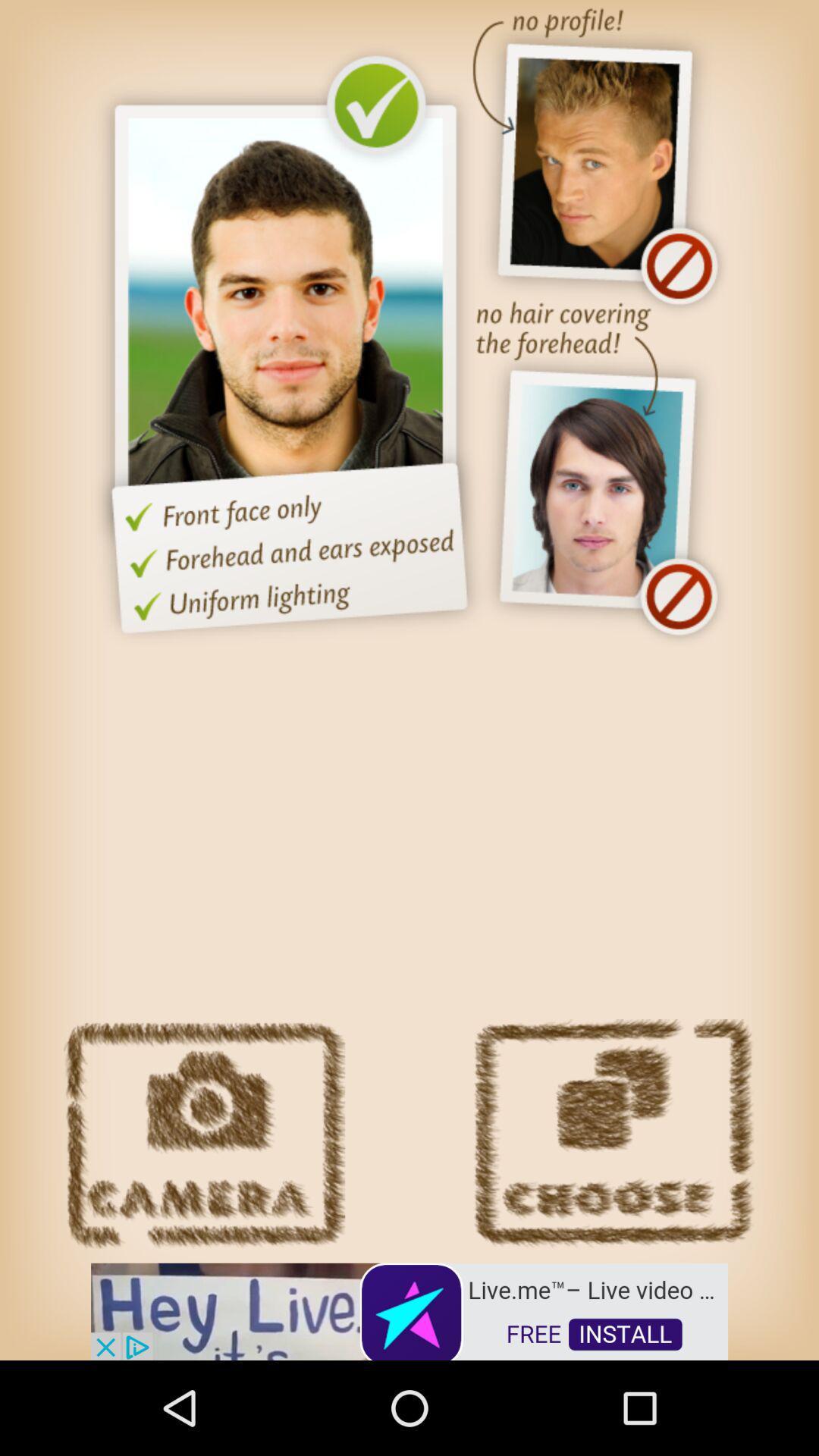 Image resolution: width=819 pixels, height=1456 pixels. What do you see at coordinates (409, 1310) in the screenshot?
I see `advertisement` at bounding box center [409, 1310].